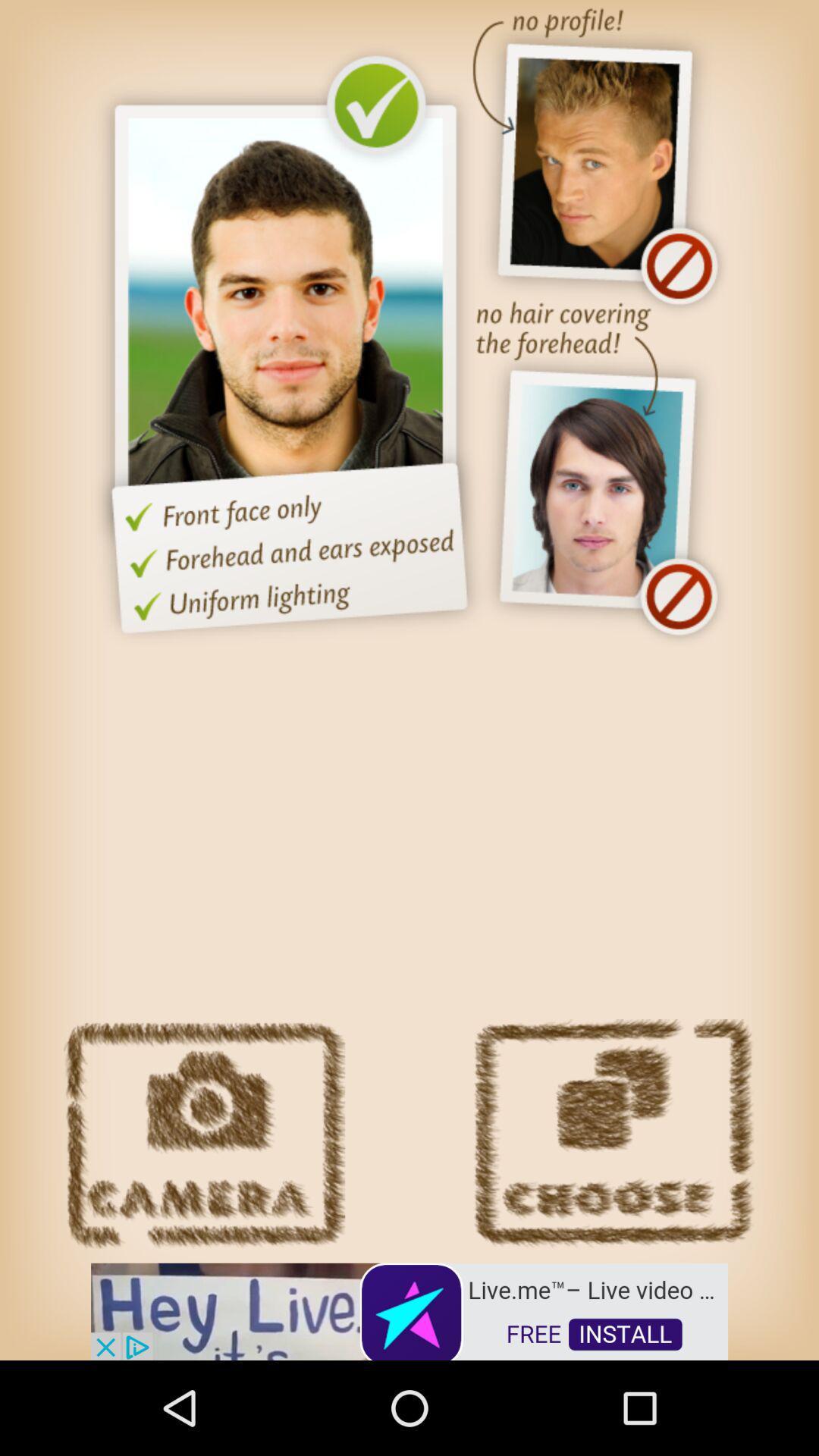 Image resolution: width=819 pixels, height=1456 pixels. What do you see at coordinates (409, 1310) in the screenshot?
I see `advertisement` at bounding box center [409, 1310].